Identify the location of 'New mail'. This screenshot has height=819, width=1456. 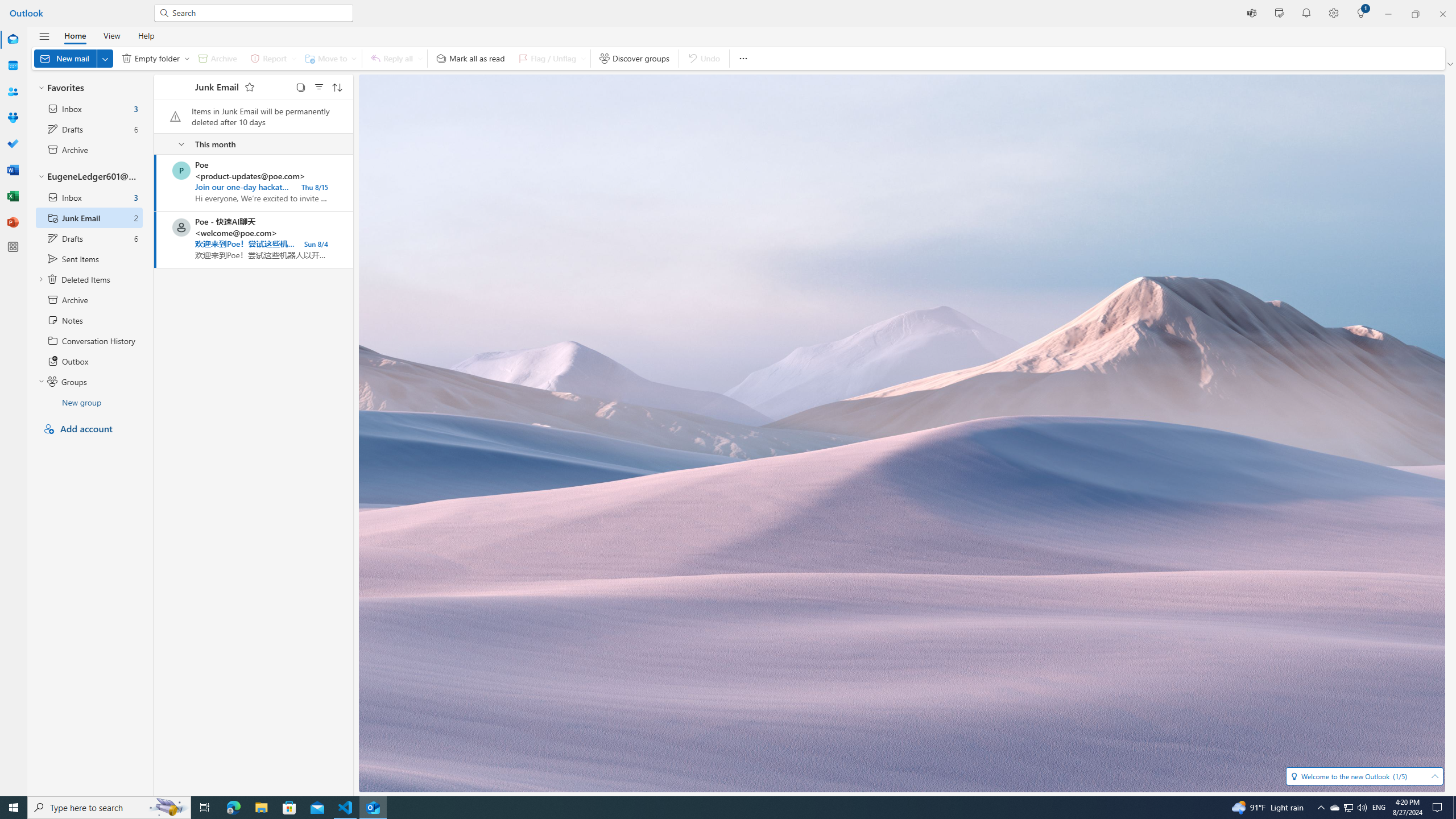
(73, 58).